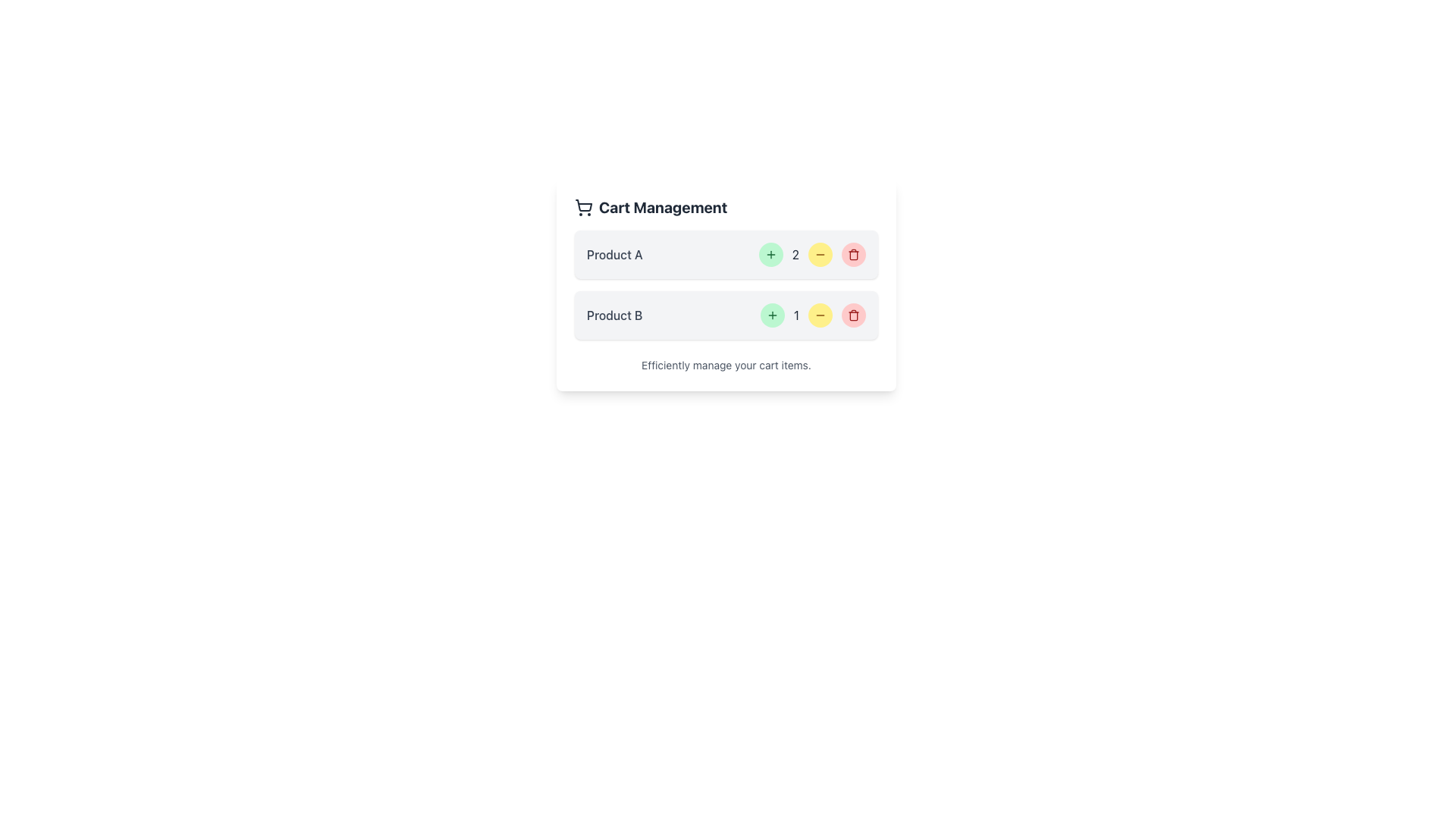  Describe the element at coordinates (854, 315) in the screenshot. I see `the trash icon button outlined in red, which serves as the delete button for the product in the second row of the interface` at that location.